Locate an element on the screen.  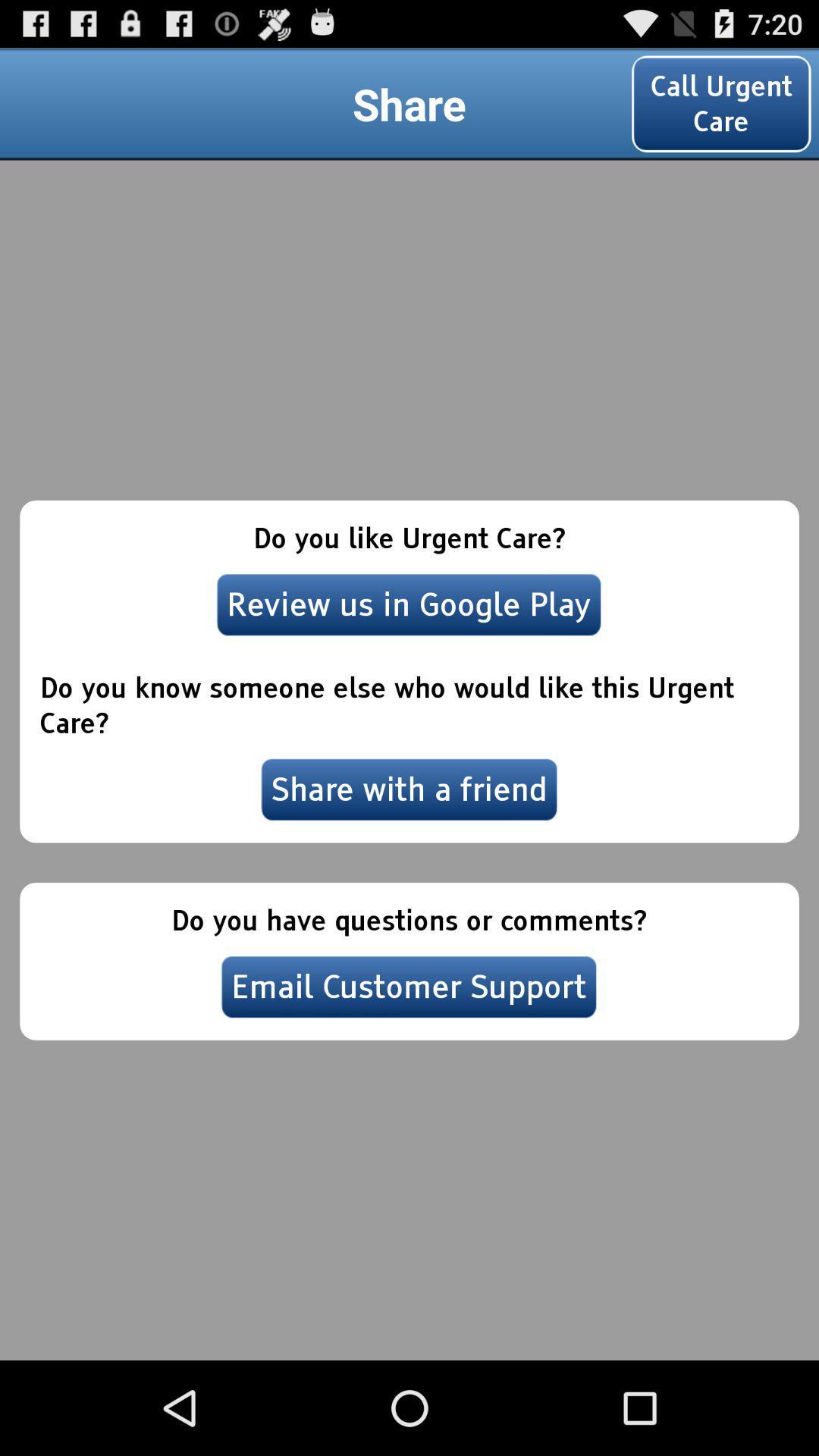
the review us in item is located at coordinates (408, 604).